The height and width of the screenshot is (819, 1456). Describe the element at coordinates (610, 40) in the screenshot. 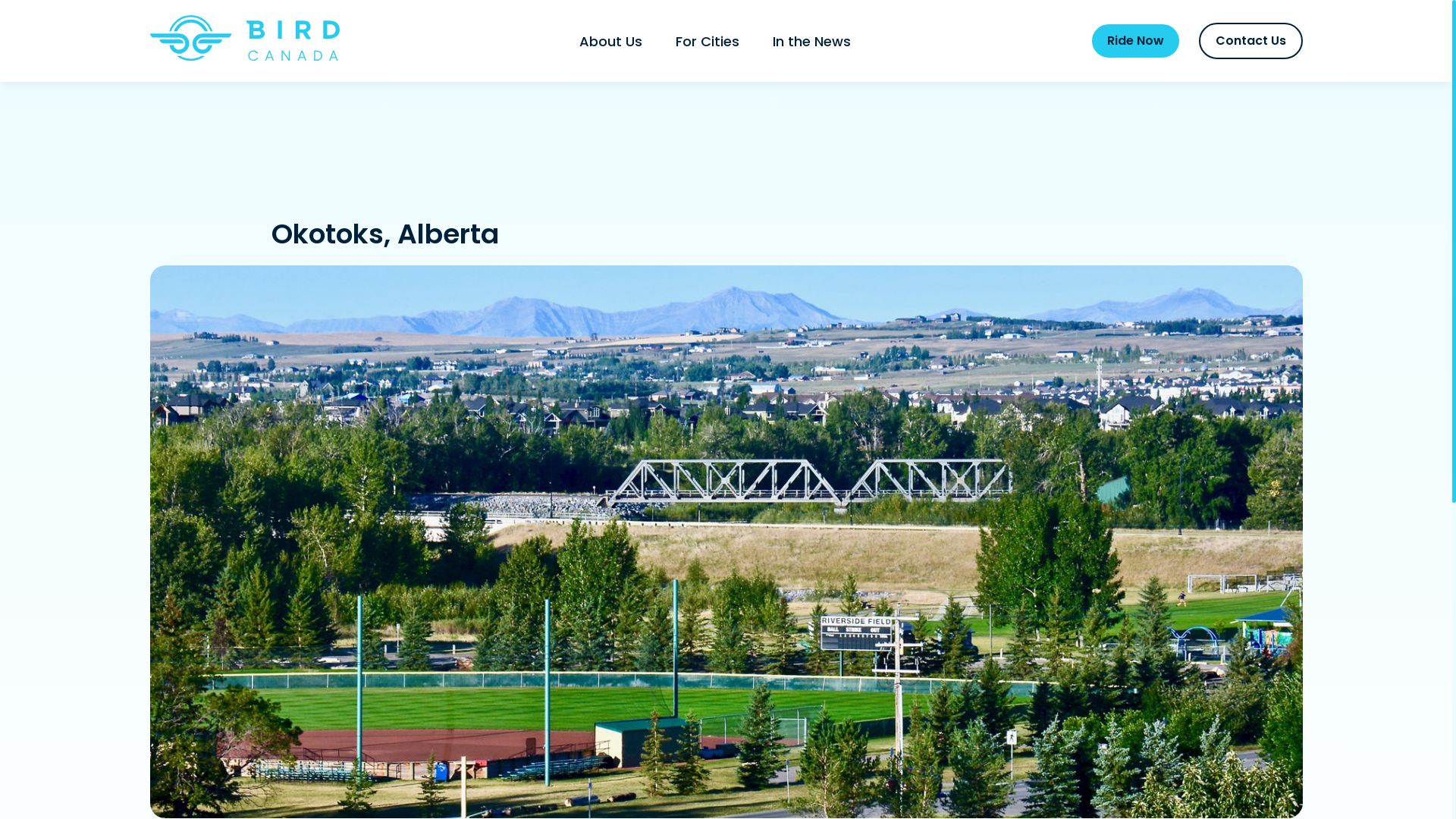

I see `'About Us'` at that location.